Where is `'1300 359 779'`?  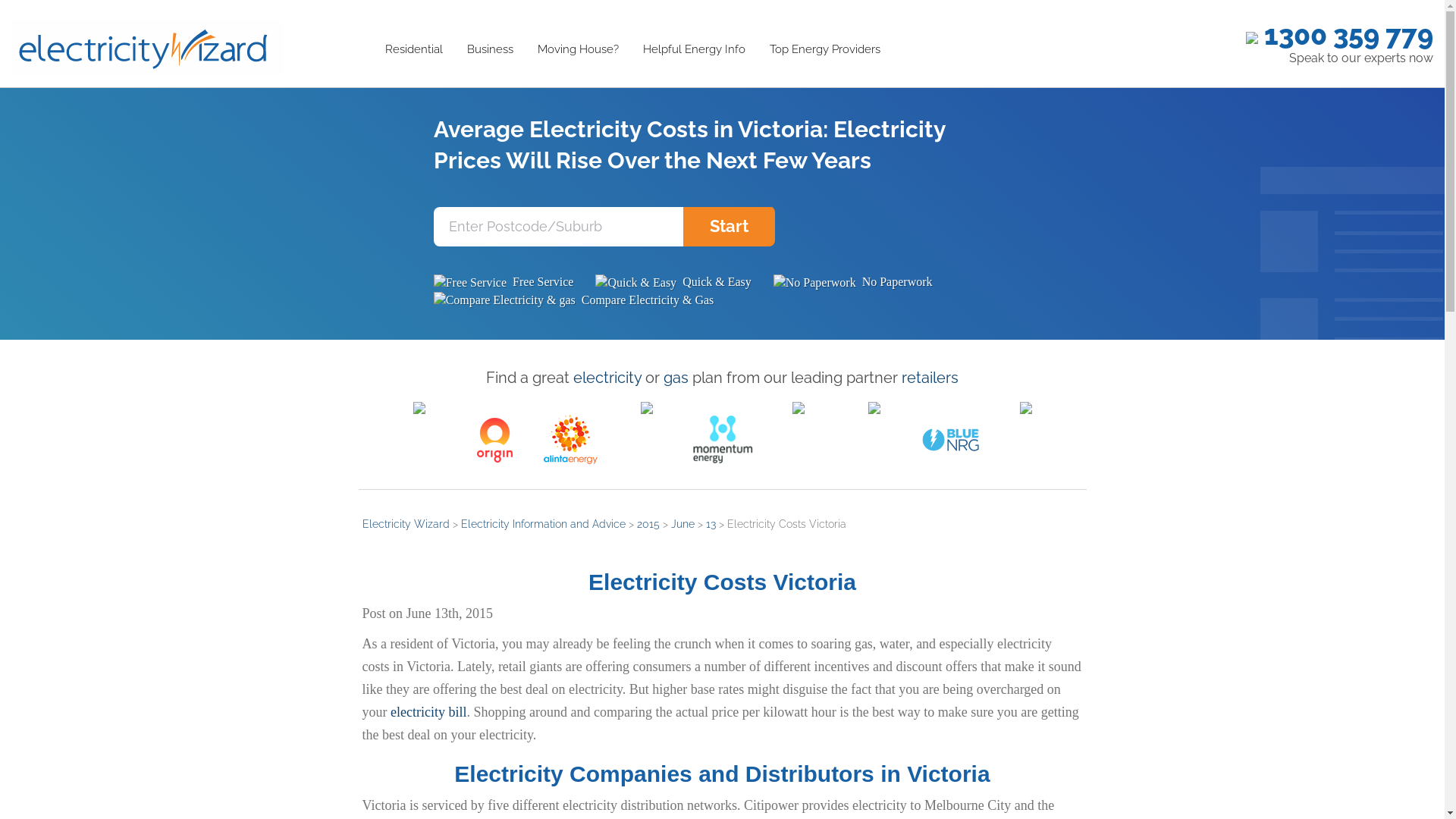
'1300 359 779' is located at coordinates (1339, 34).